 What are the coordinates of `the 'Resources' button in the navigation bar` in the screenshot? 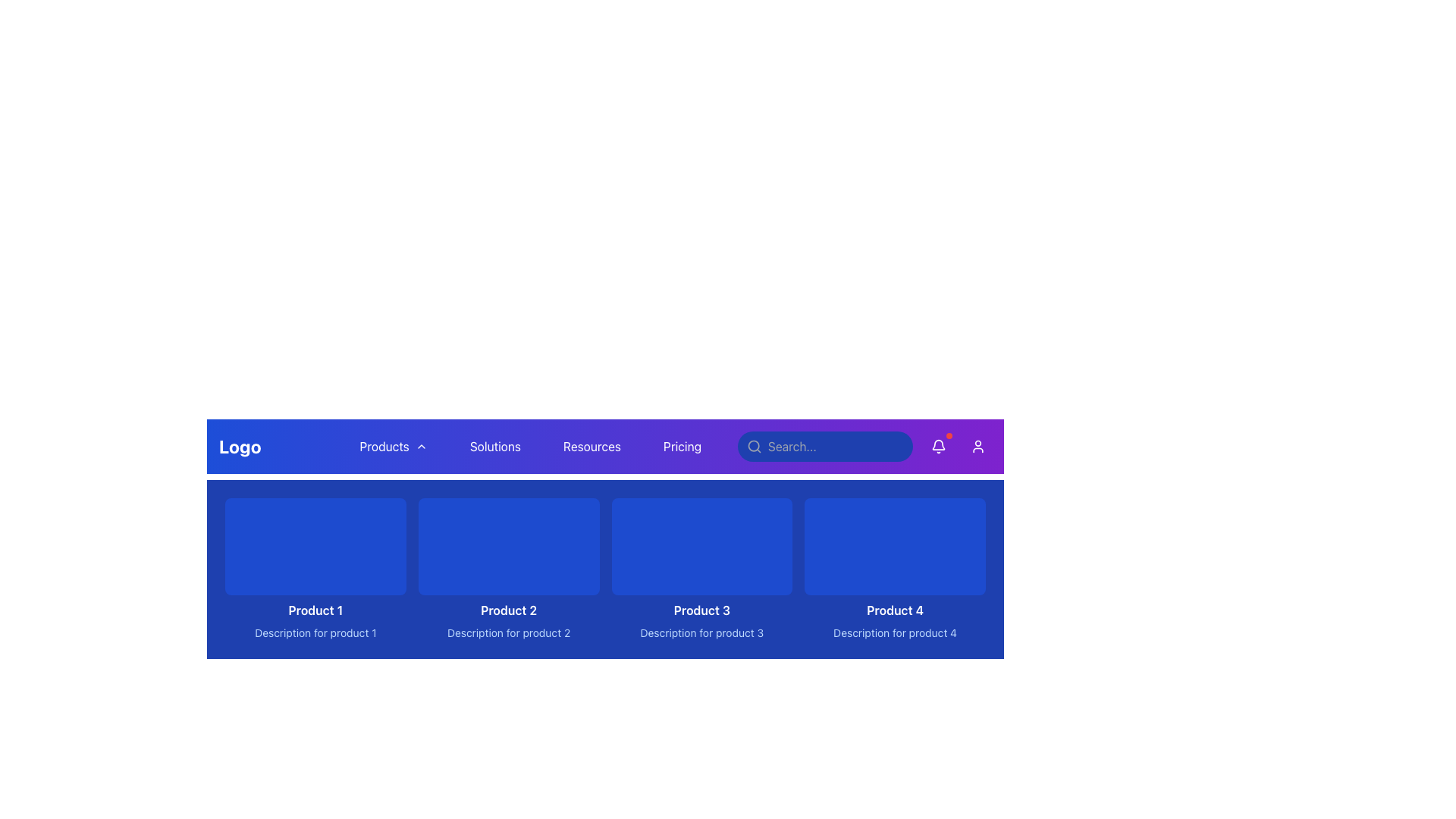 It's located at (591, 446).